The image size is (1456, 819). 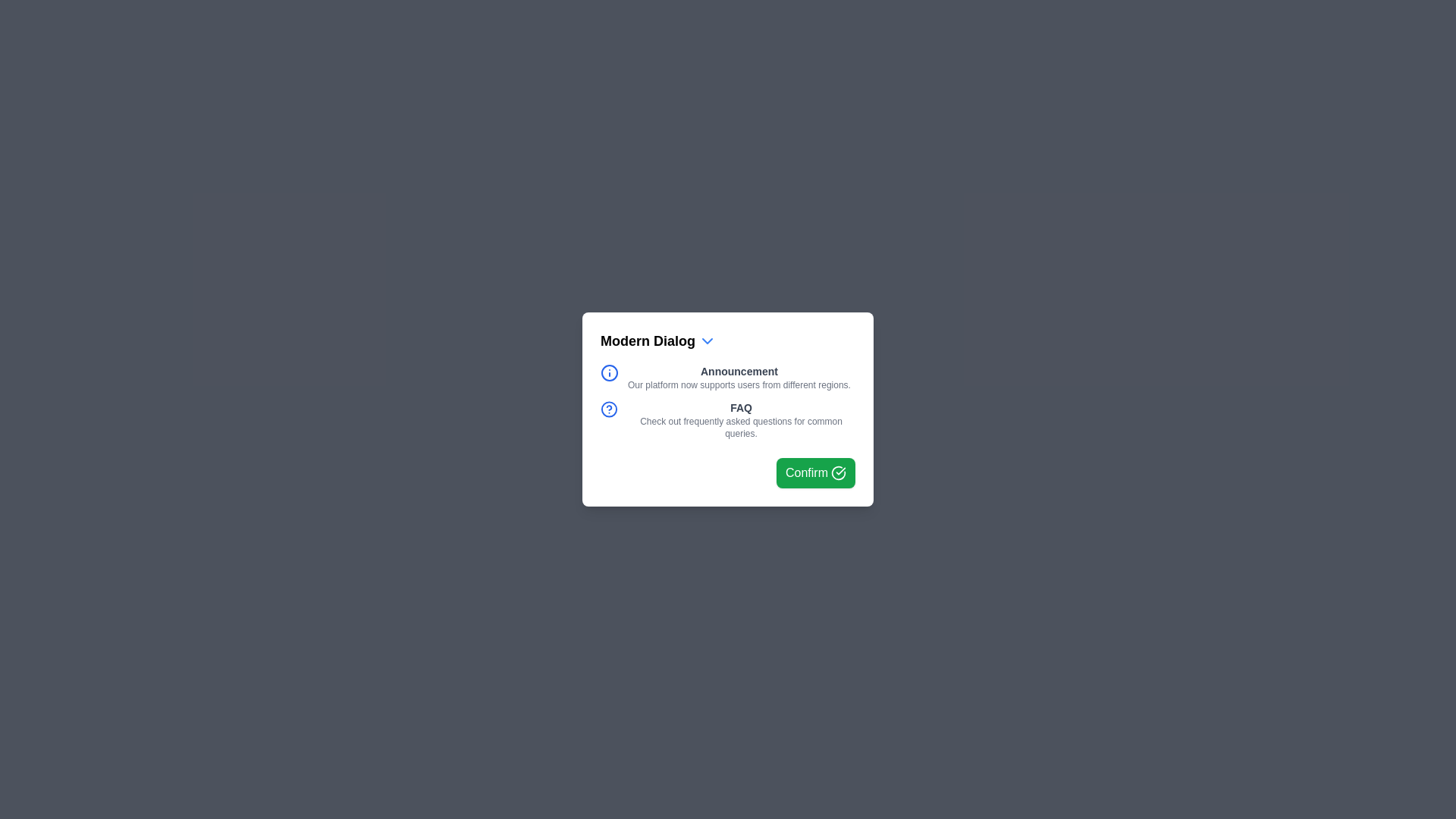 I want to click on the confirm button to close the dialog, so click(x=814, y=472).